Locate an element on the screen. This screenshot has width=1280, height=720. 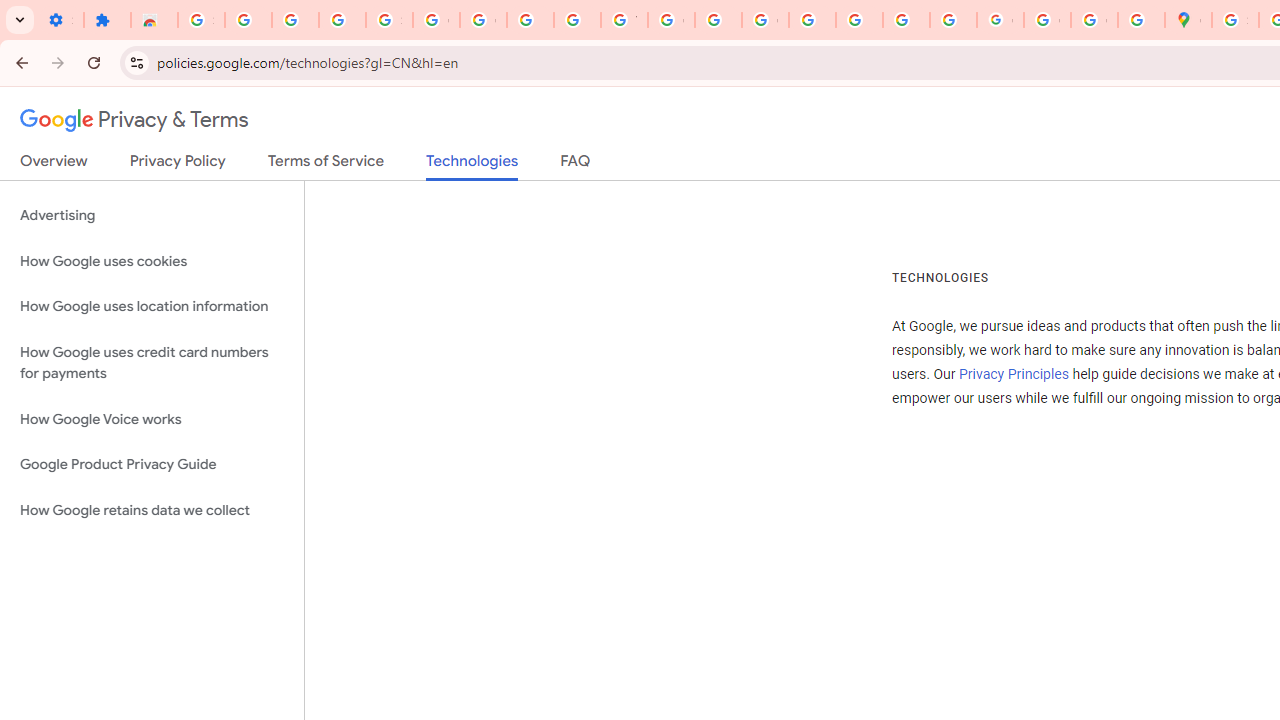
'Search tabs' is located at coordinates (20, 20).